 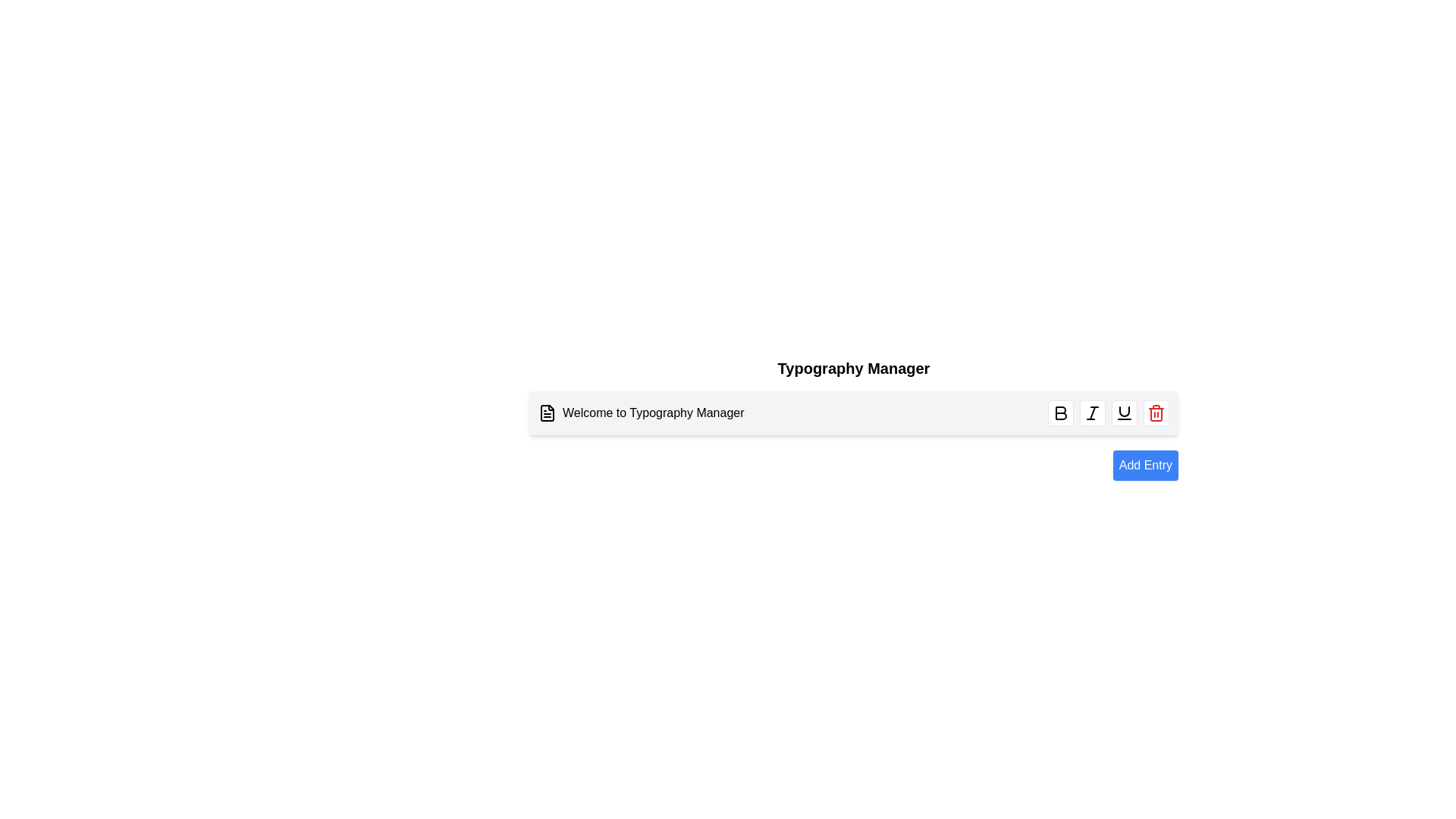 What do you see at coordinates (546, 413) in the screenshot?
I see `the decorative icon located near the top-left corner of the list entry, adjacent to the text 'Welcome to Typography Manager'` at bounding box center [546, 413].